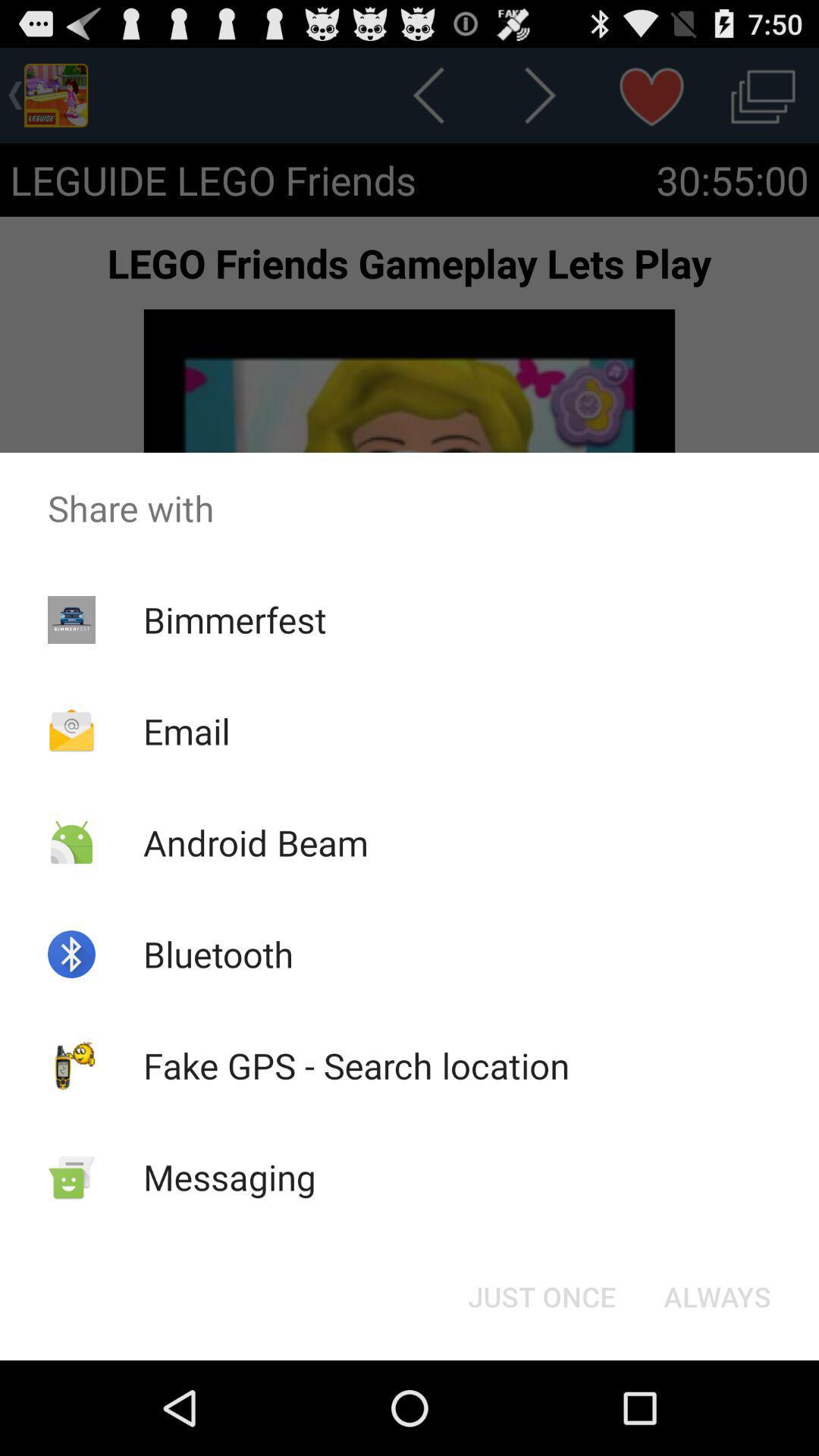  Describe the element at coordinates (717, 1295) in the screenshot. I see `icon to the right of just once` at that location.